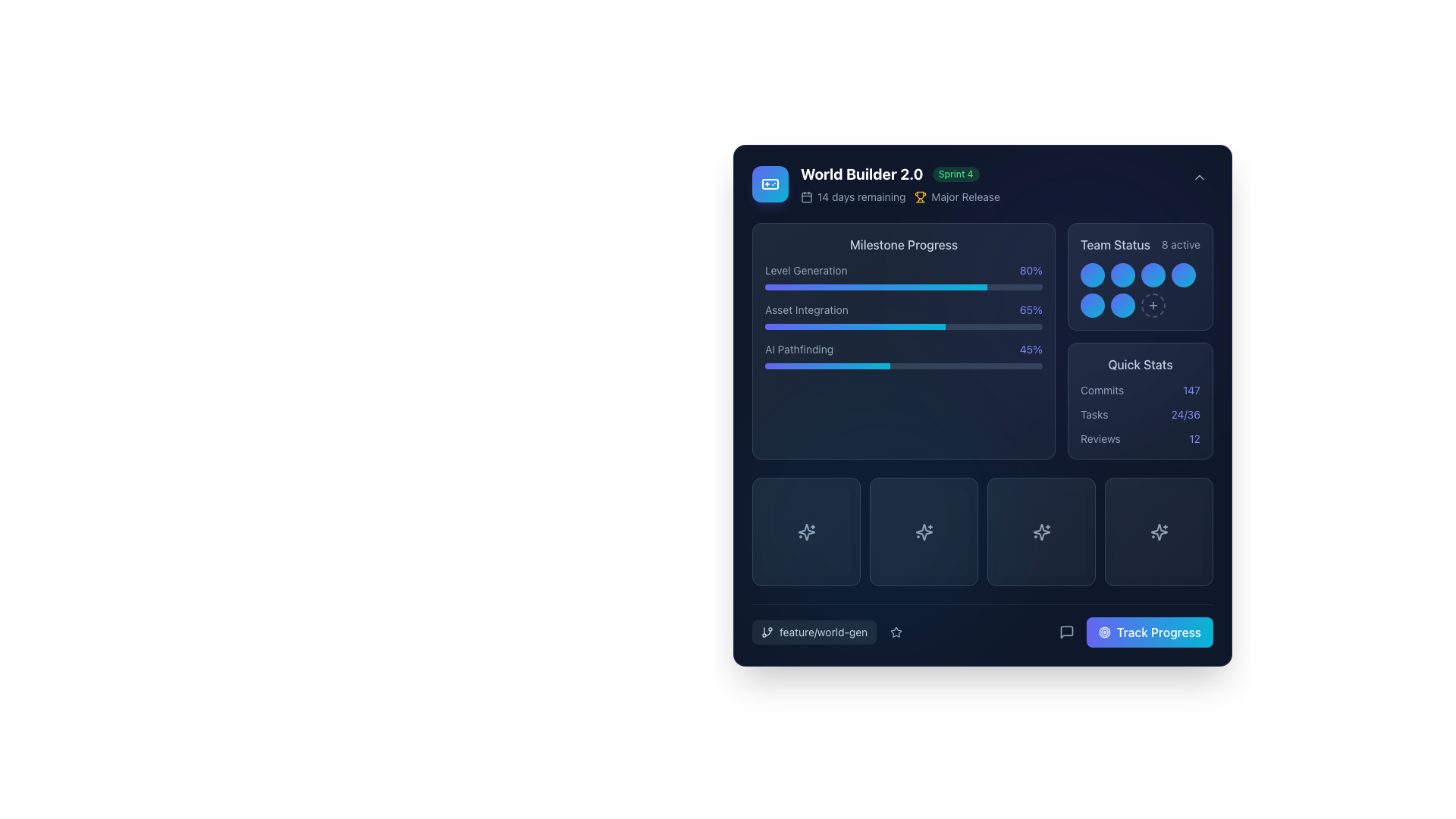 This screenshot has width=1456, height=819. I want to click on the third circular decorative icon in the first row of a 2x4 grid, which features a gradient from indigo to cyan, located in the 'Team Status' section, so click(1153, 275).